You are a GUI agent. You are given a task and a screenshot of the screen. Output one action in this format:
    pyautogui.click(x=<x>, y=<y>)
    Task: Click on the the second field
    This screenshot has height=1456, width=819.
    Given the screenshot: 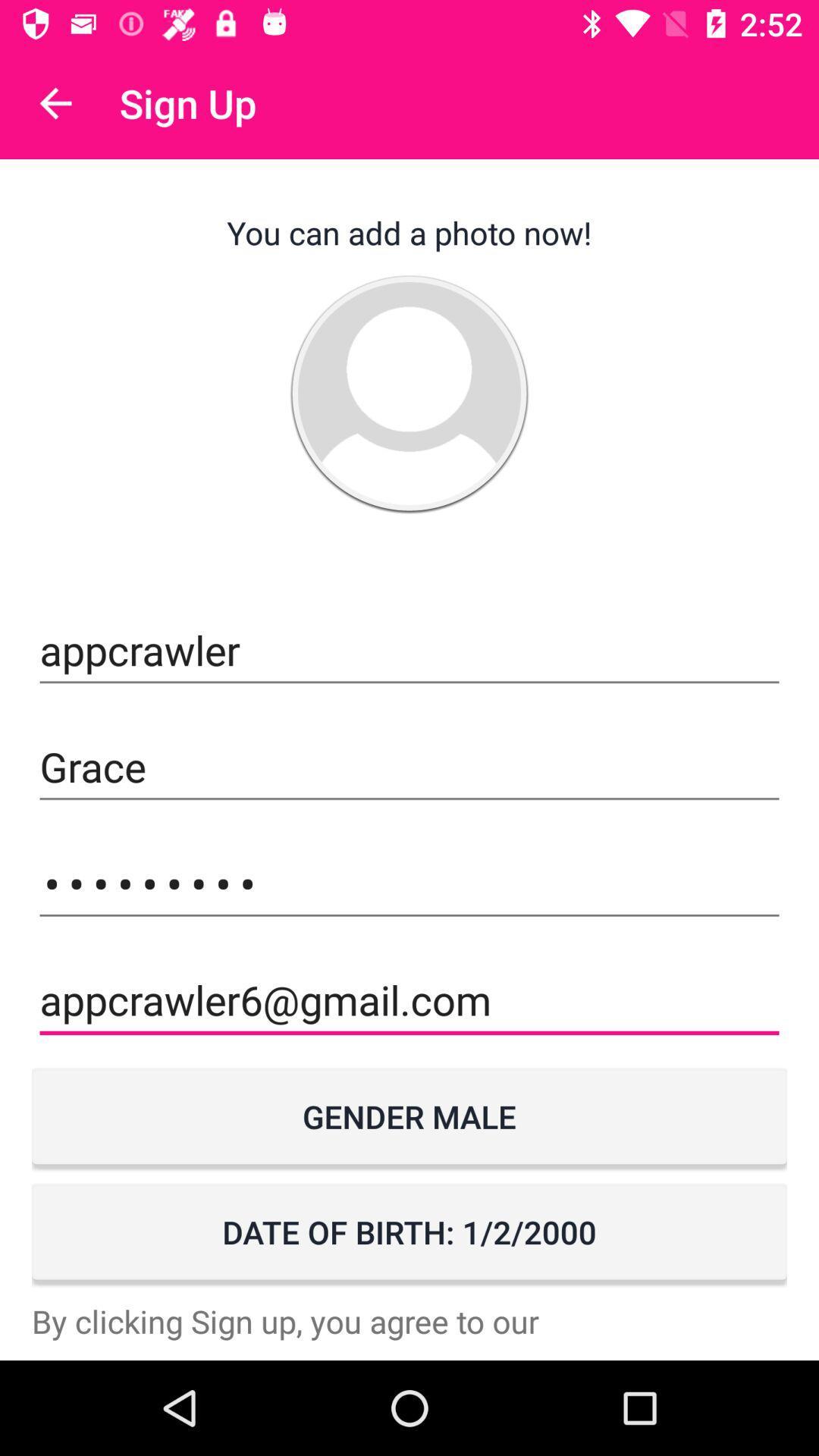 What is the action you would take?
    pyautogui.click(x=409, y=767)
    